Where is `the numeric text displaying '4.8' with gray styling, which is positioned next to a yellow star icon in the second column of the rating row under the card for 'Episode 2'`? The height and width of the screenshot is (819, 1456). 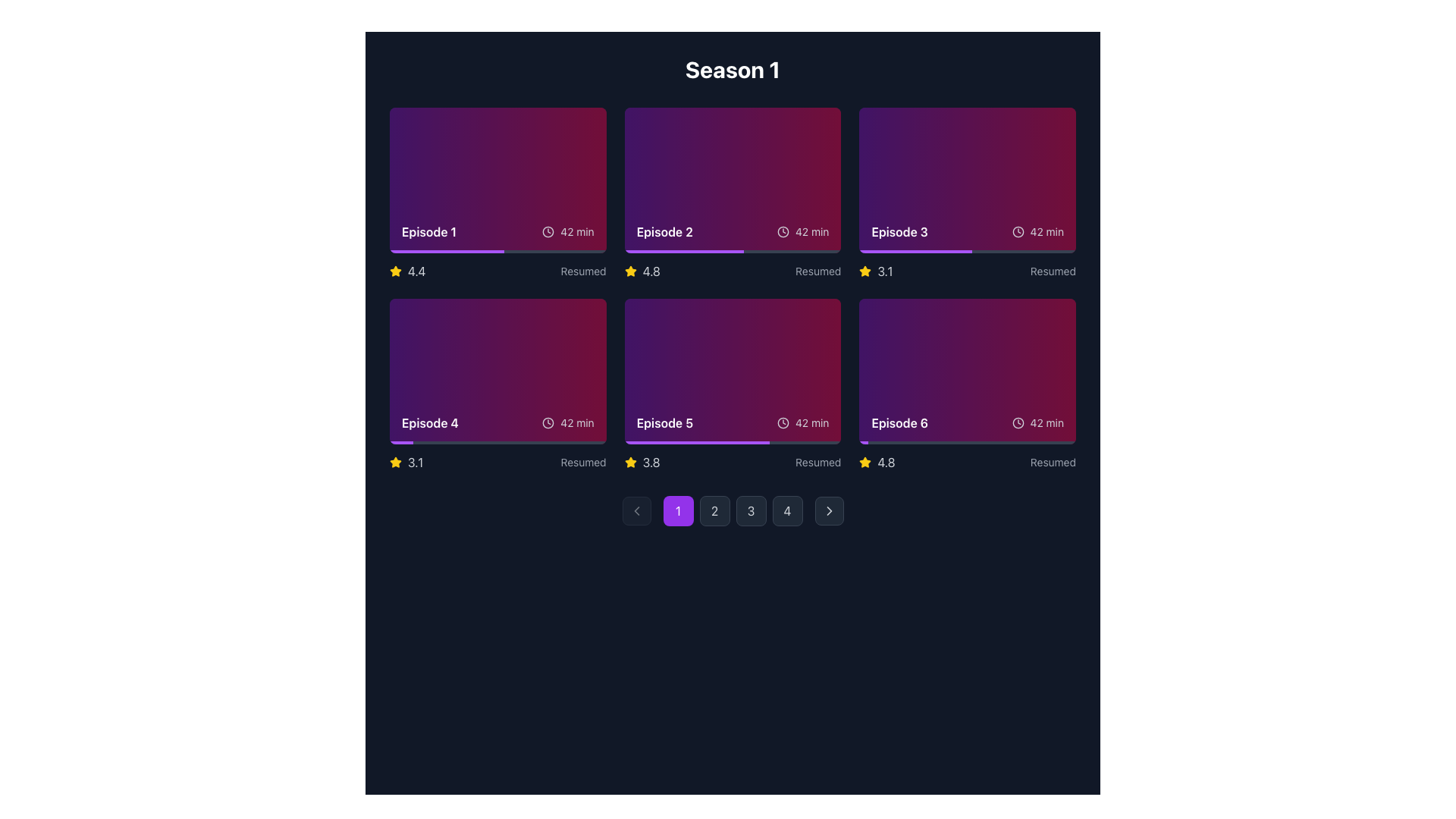 the numeric text displaying '4.8' with gray styling, which is positioned next to a yellow star icon in the second column of the rating row under the card for 'Episode 2' is located at coordinates (651, 271).